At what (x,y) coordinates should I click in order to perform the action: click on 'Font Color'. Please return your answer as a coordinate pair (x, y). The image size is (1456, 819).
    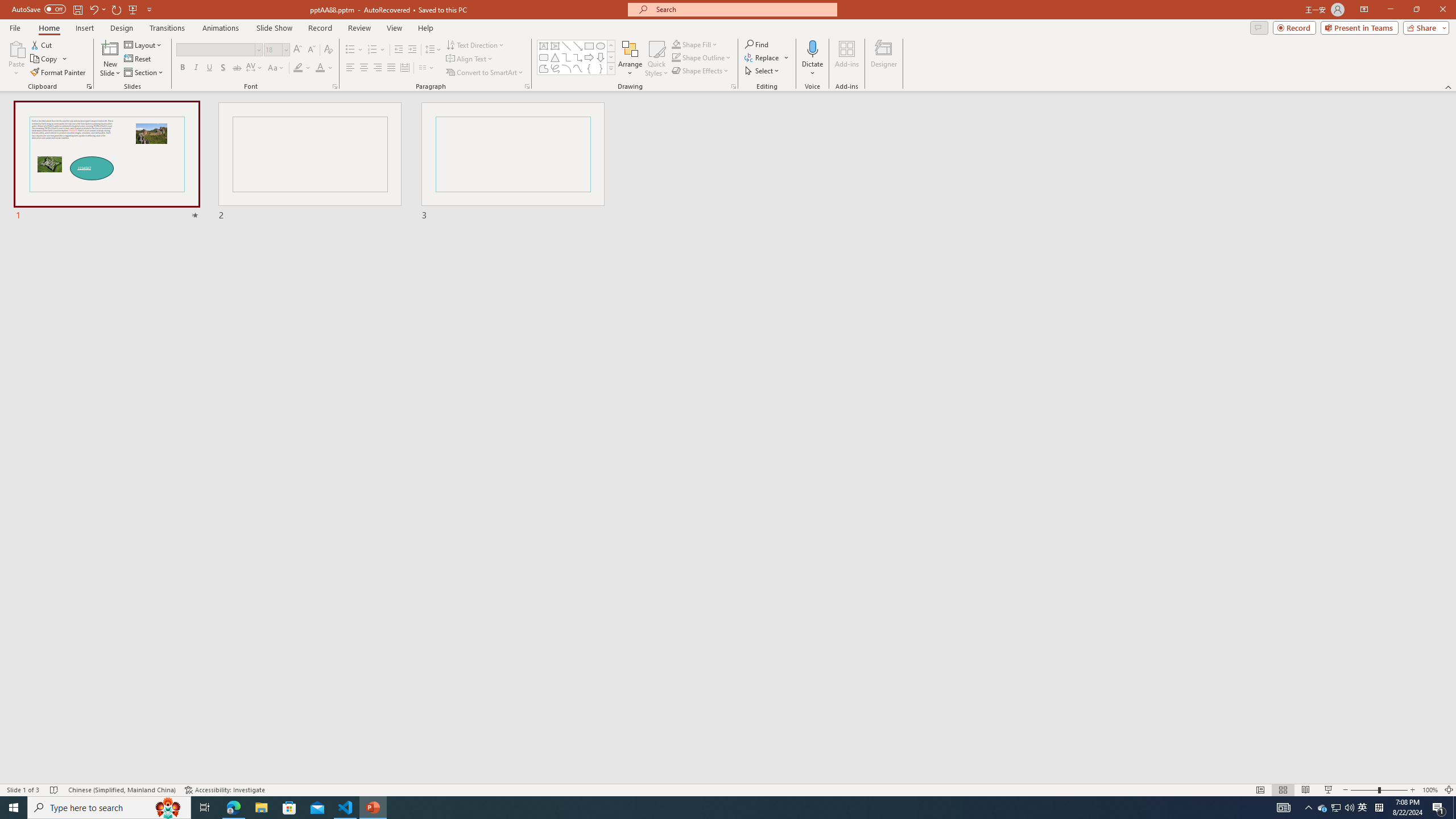
    Looking at the image, I should click on (324, 67).